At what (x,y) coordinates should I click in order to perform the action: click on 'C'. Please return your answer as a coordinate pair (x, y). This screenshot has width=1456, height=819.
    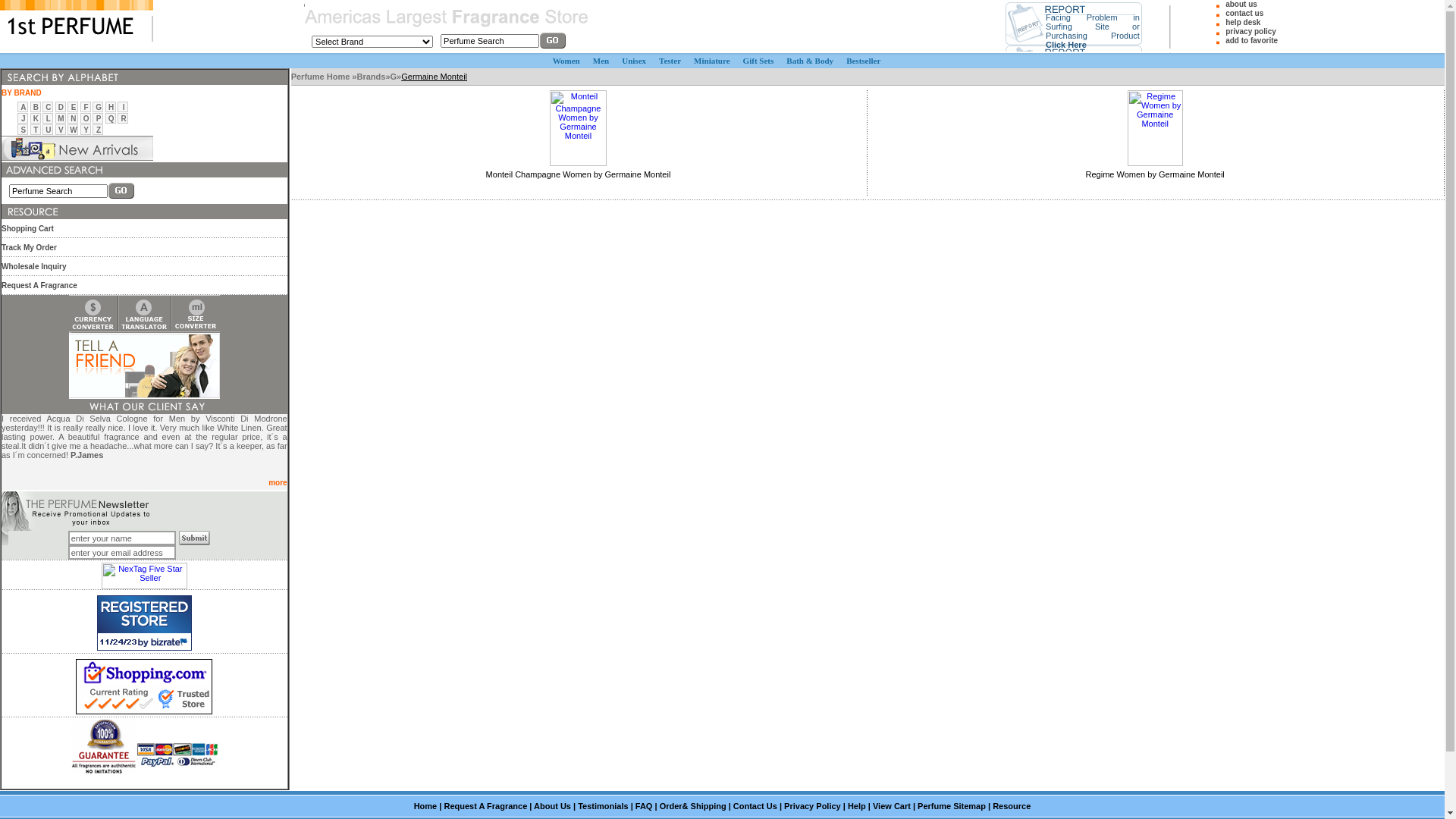
    Looking at the image, I should click on (45, 106).